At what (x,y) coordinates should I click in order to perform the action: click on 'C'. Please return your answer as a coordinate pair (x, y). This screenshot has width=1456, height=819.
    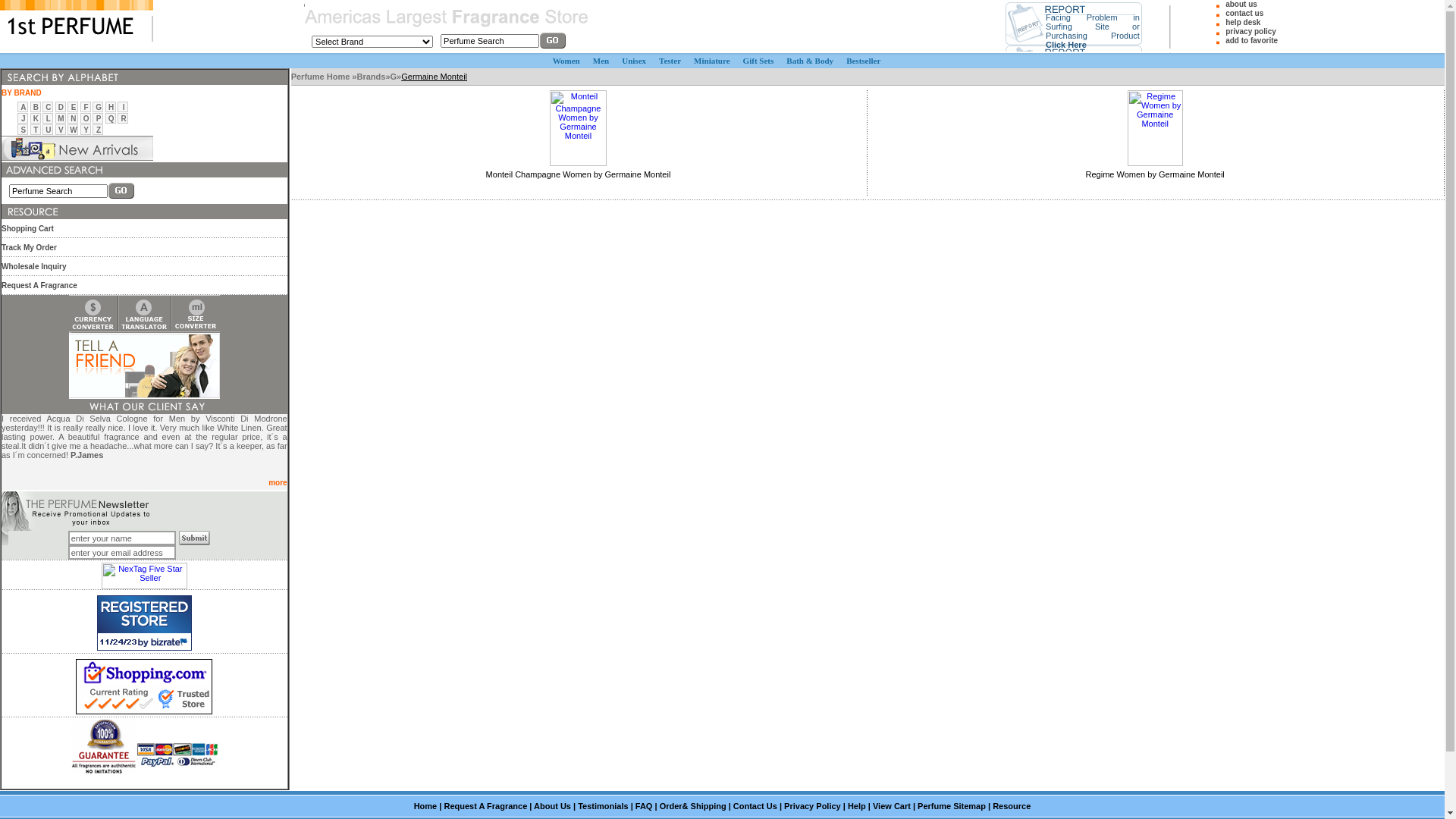
    Looking at the image, I should click on (45, 106).